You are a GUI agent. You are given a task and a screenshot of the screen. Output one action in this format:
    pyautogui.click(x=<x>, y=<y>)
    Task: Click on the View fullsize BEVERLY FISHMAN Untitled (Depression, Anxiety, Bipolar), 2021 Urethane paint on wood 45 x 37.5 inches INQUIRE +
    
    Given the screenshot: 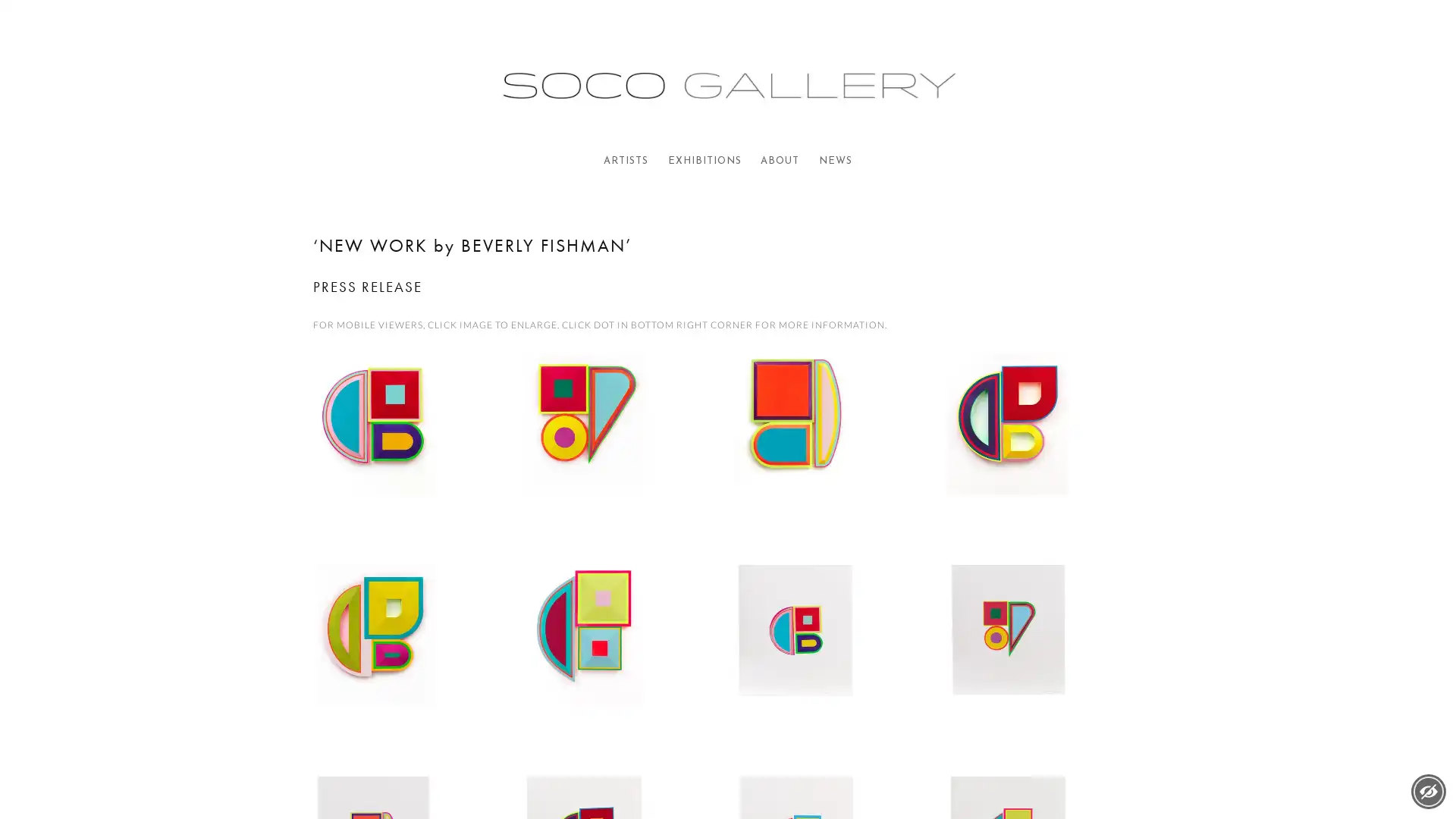 What is the action you would take?
    pyautogui.click(x=833, y=450)
    